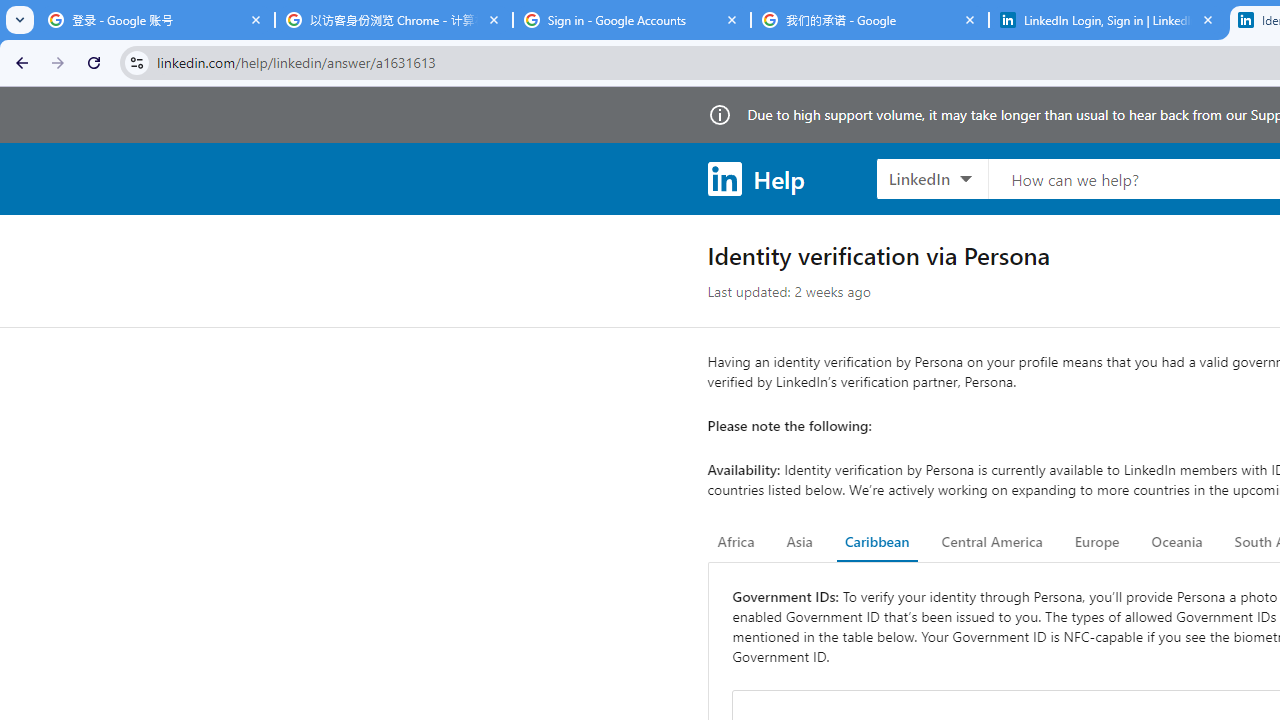 Image resolution: width=1280 pixels, height=720 pixels. I want to click on 'Caribbean', so click(876, 542).